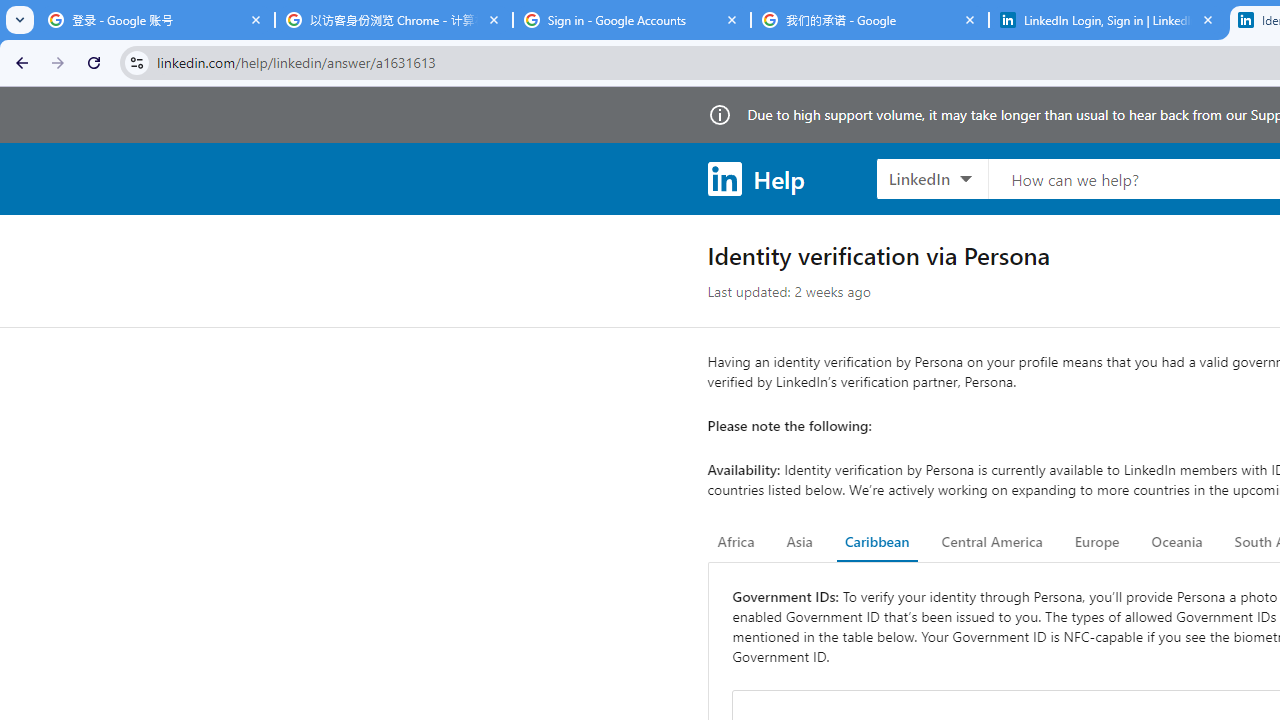 Image resolution: width=1280 pixels, height=720 pixels. I want to click on 'Caribbean', so click(876, 542).